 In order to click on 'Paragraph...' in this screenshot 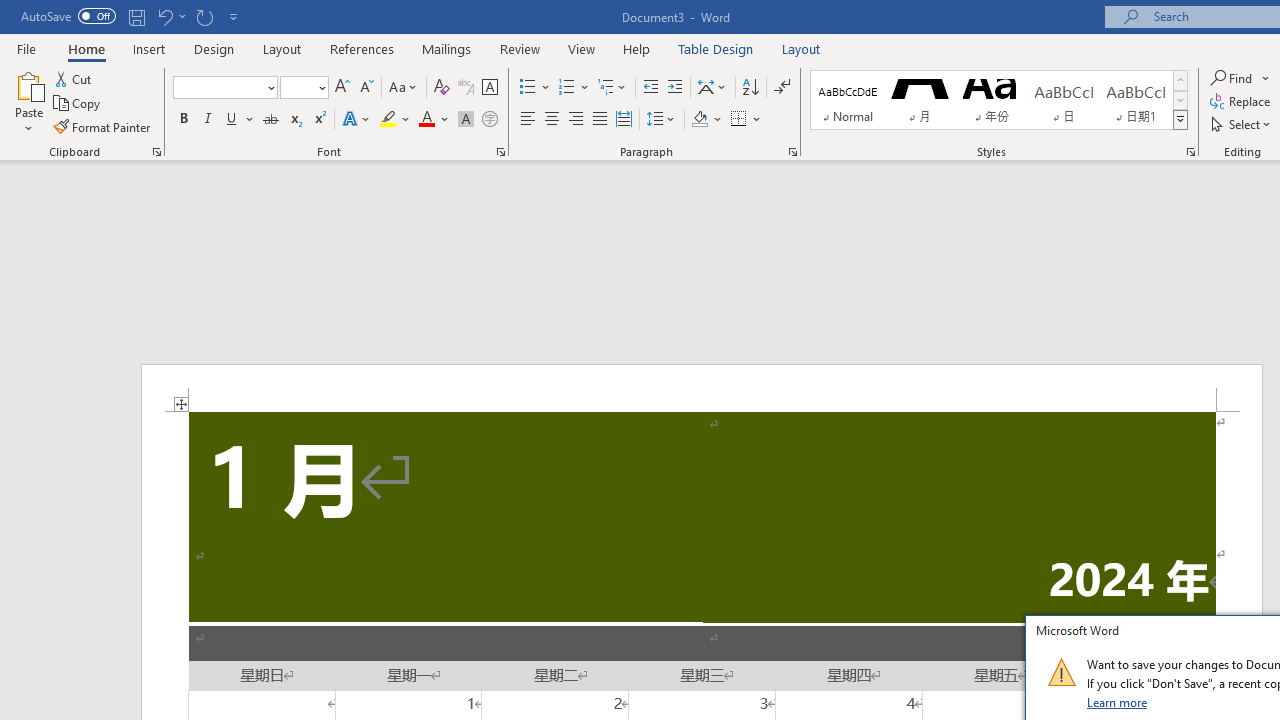, I will do `click(791, 150)`.